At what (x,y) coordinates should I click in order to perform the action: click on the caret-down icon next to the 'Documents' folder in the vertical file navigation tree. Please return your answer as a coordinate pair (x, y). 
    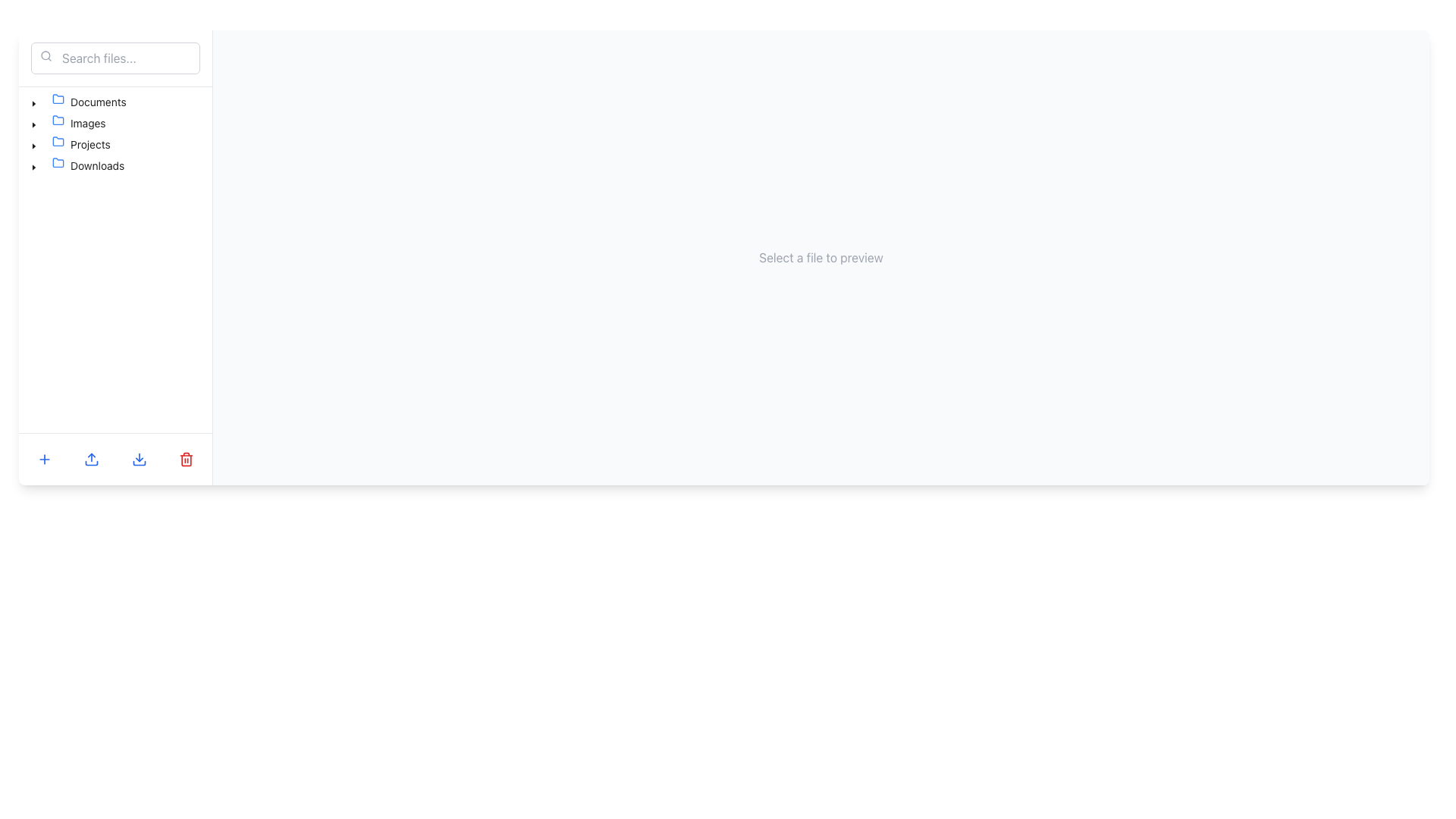
    Looking at the image, I should click on (33, 103).